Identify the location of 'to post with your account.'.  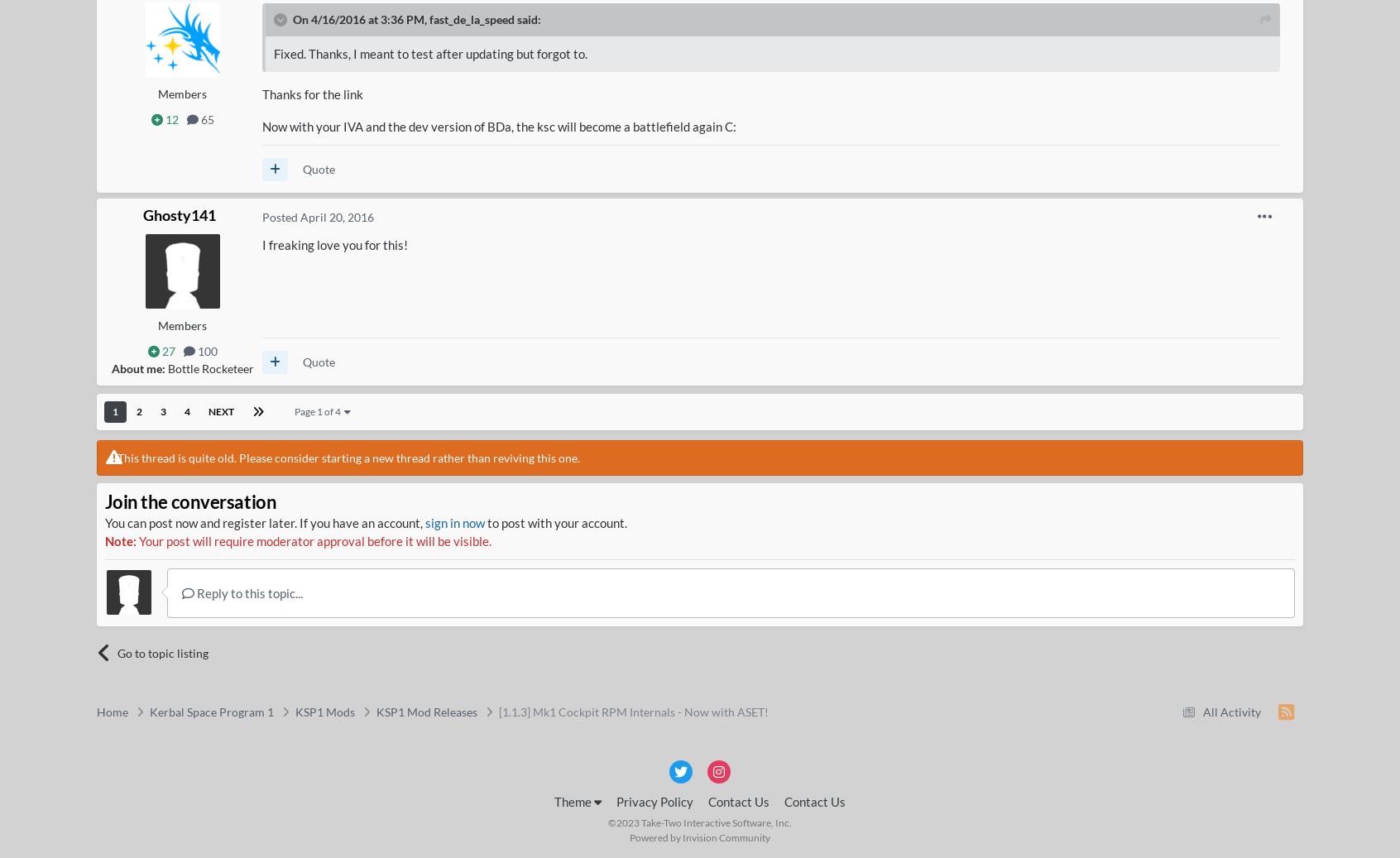
(555, 522).